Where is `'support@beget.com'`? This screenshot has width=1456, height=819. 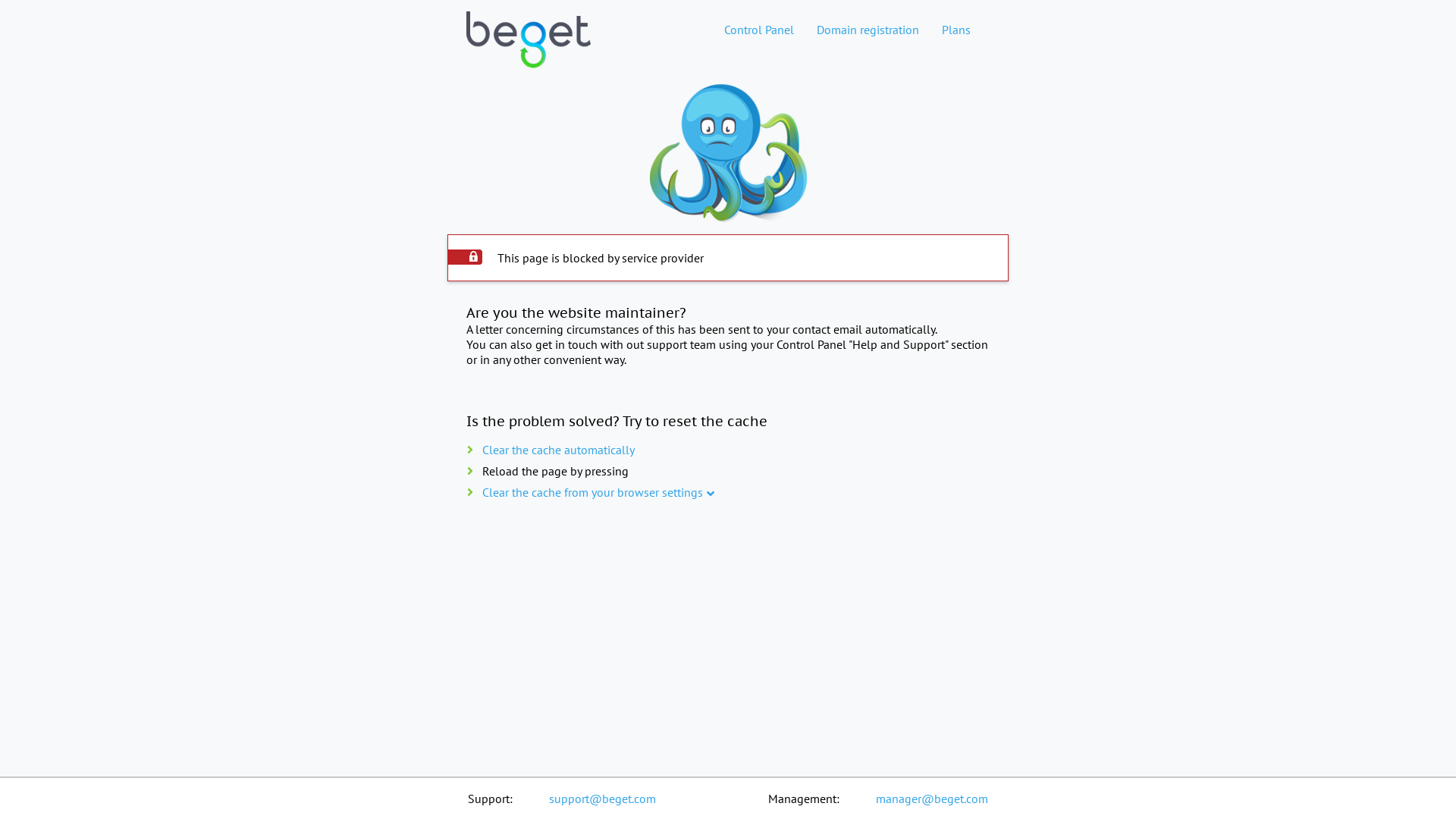 'support@beget.com' is located at coordinates (601, 798).